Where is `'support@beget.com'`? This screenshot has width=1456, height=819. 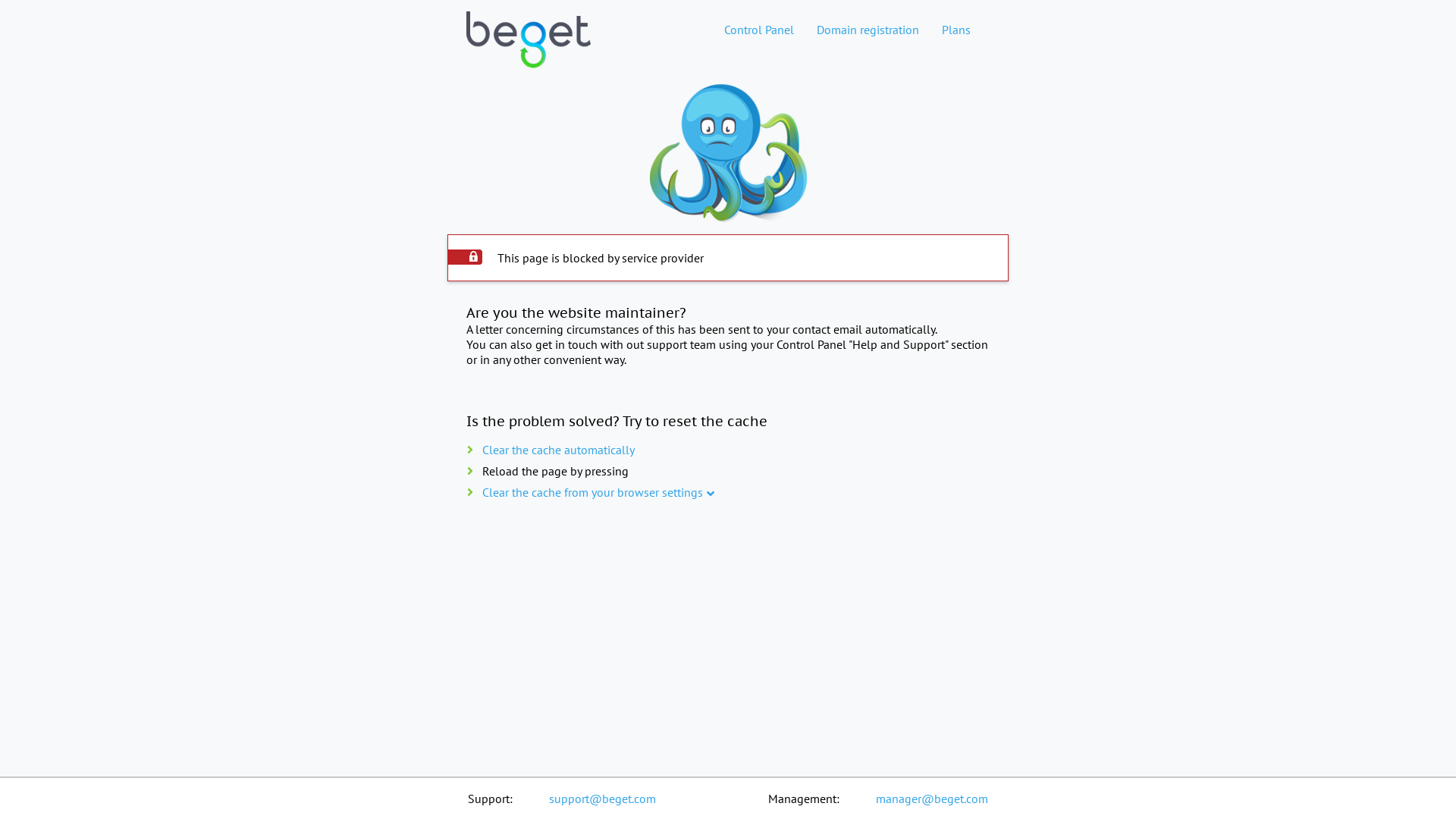 'support@beget.com' is located at coordinates (601, 798).